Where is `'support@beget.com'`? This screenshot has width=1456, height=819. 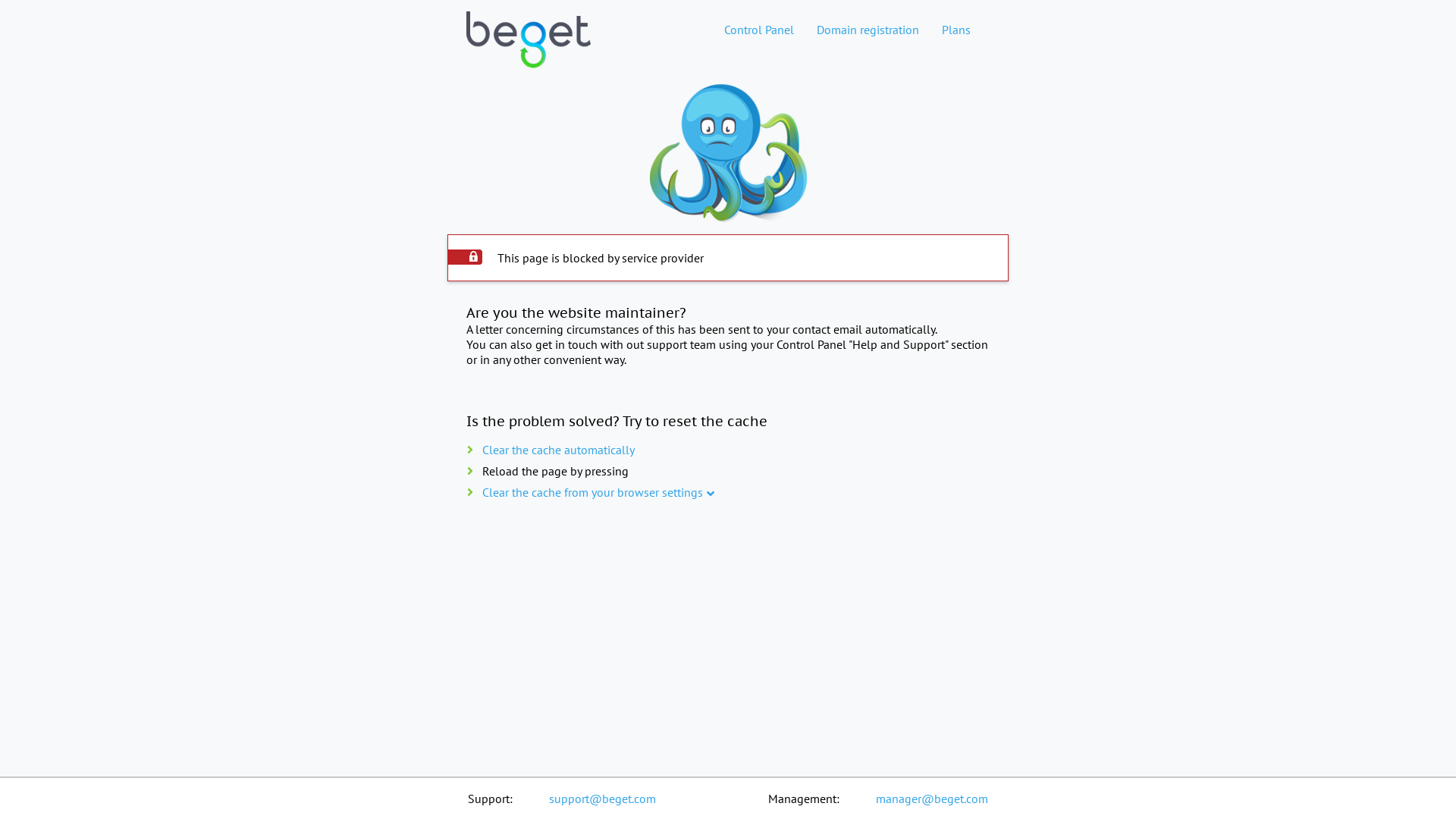 'support@beget.com' is located at coordinates (601, 798).